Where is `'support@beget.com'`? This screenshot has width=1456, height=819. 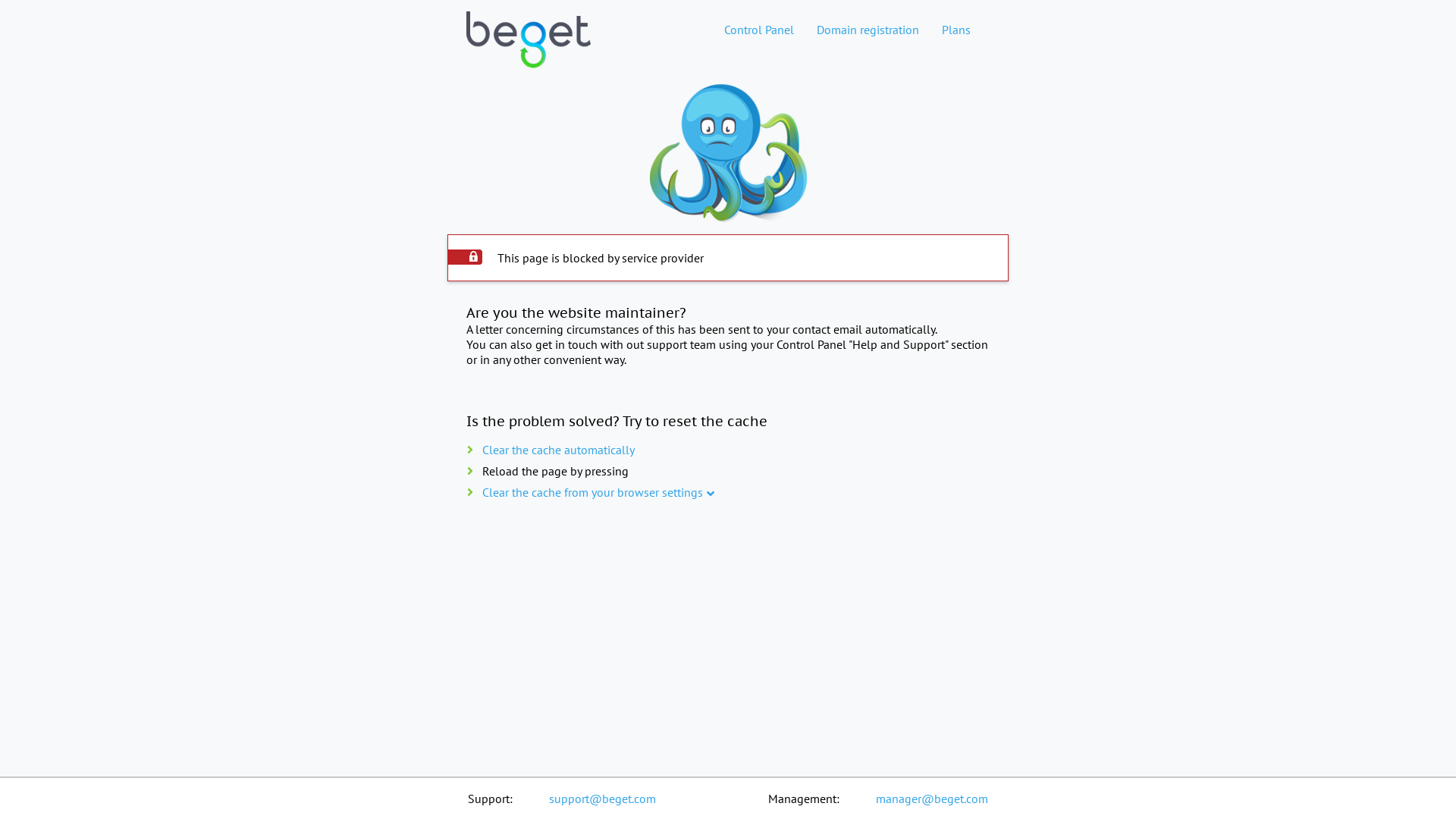 'support@beget.com' is located at coordinates (601, 798).